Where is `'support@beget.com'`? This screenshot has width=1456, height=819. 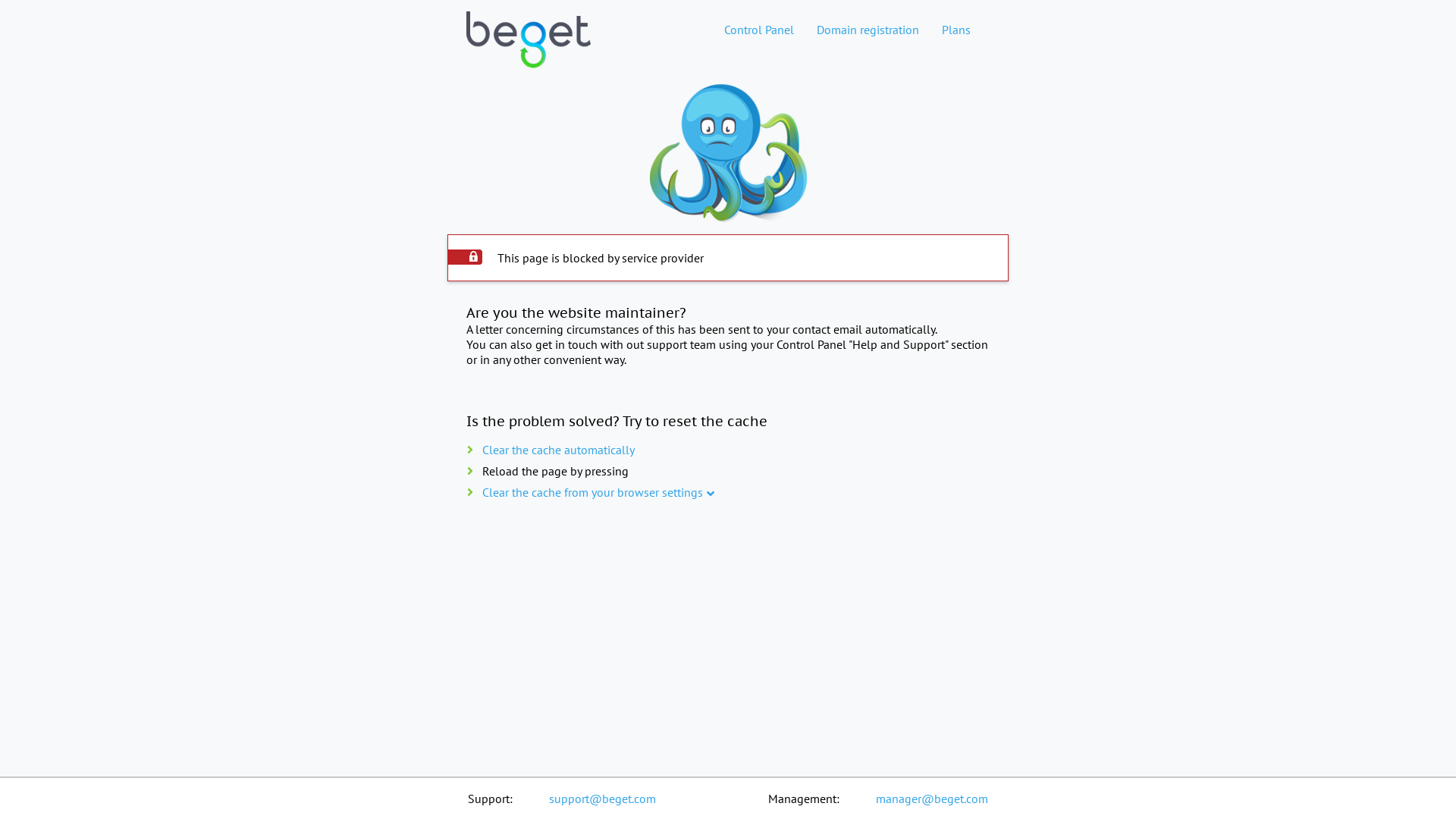 'support@beget.com' is located at coordinates (601, 798).